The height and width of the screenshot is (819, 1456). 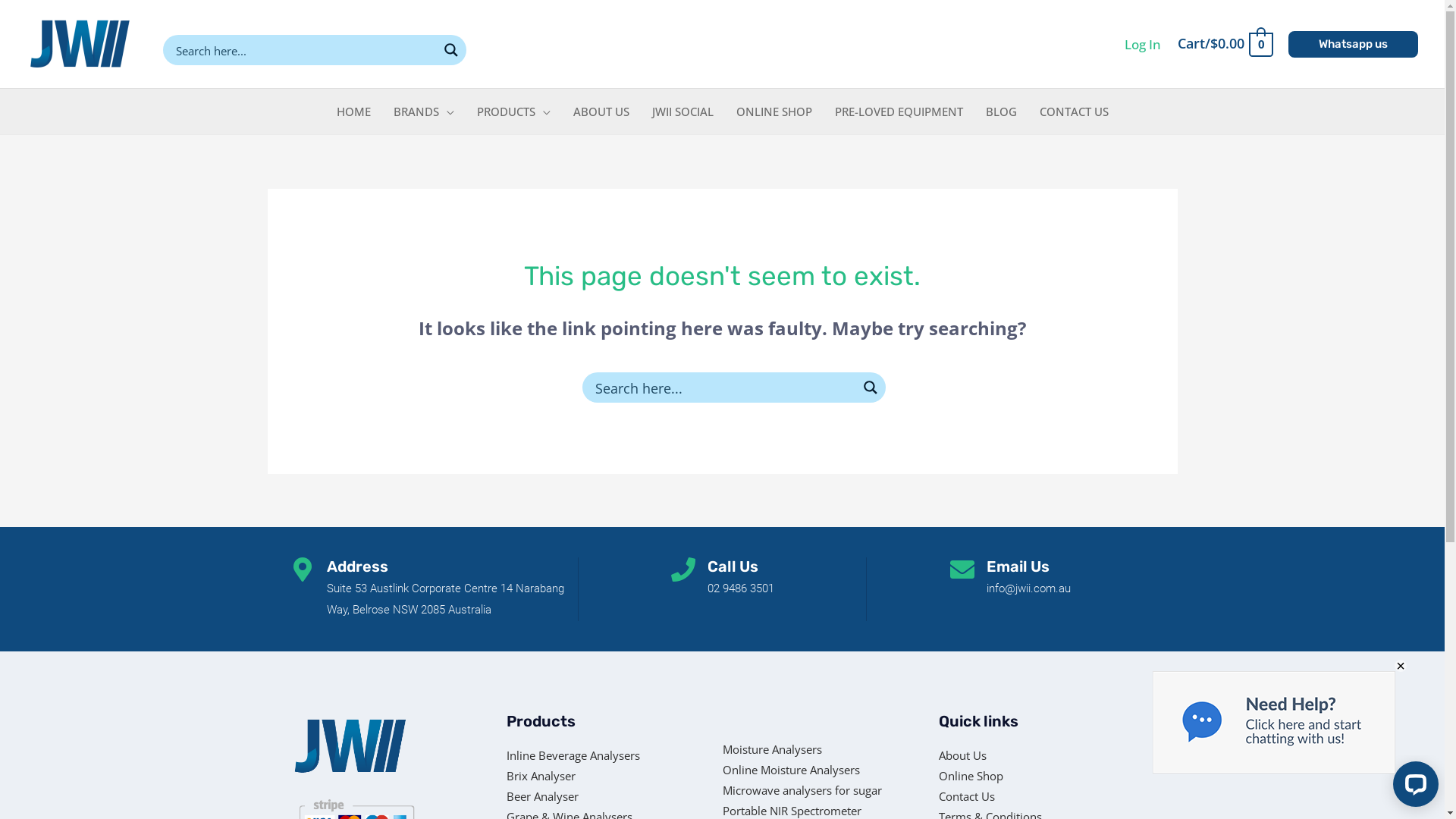 I want to click on 'Online Moisture Analysers', so click(x=815, y=770).